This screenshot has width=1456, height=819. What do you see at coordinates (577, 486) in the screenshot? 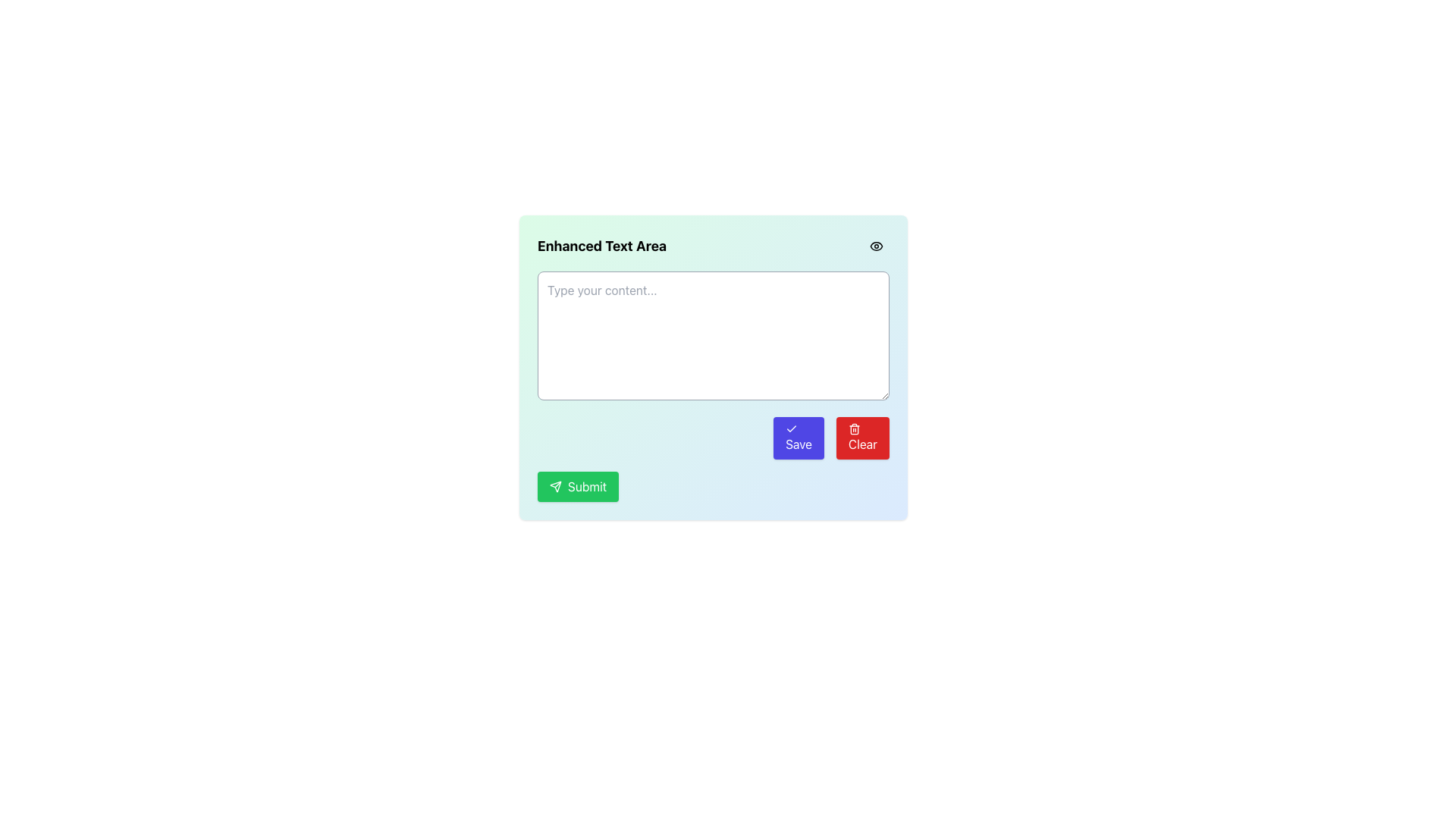
I see `the green 'Submit' button with a paper airplane icon` at bounding box center [577, 486].